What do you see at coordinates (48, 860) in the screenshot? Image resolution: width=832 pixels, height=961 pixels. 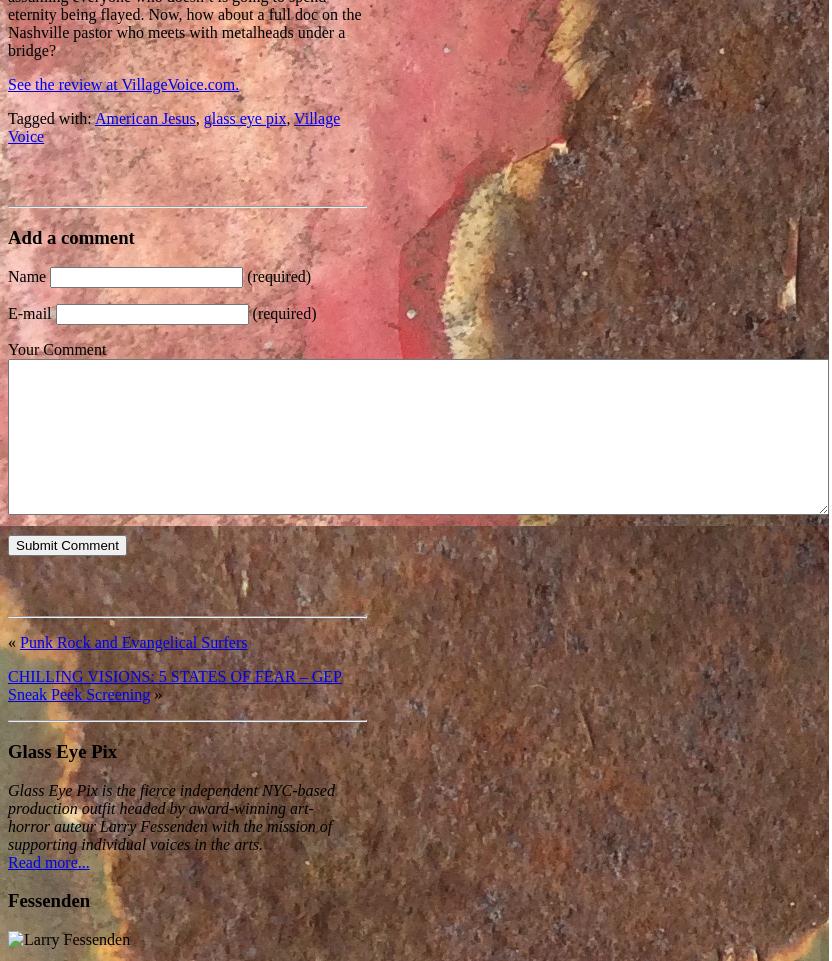 I see `'Read more...'` at bounding box center [48, 860].